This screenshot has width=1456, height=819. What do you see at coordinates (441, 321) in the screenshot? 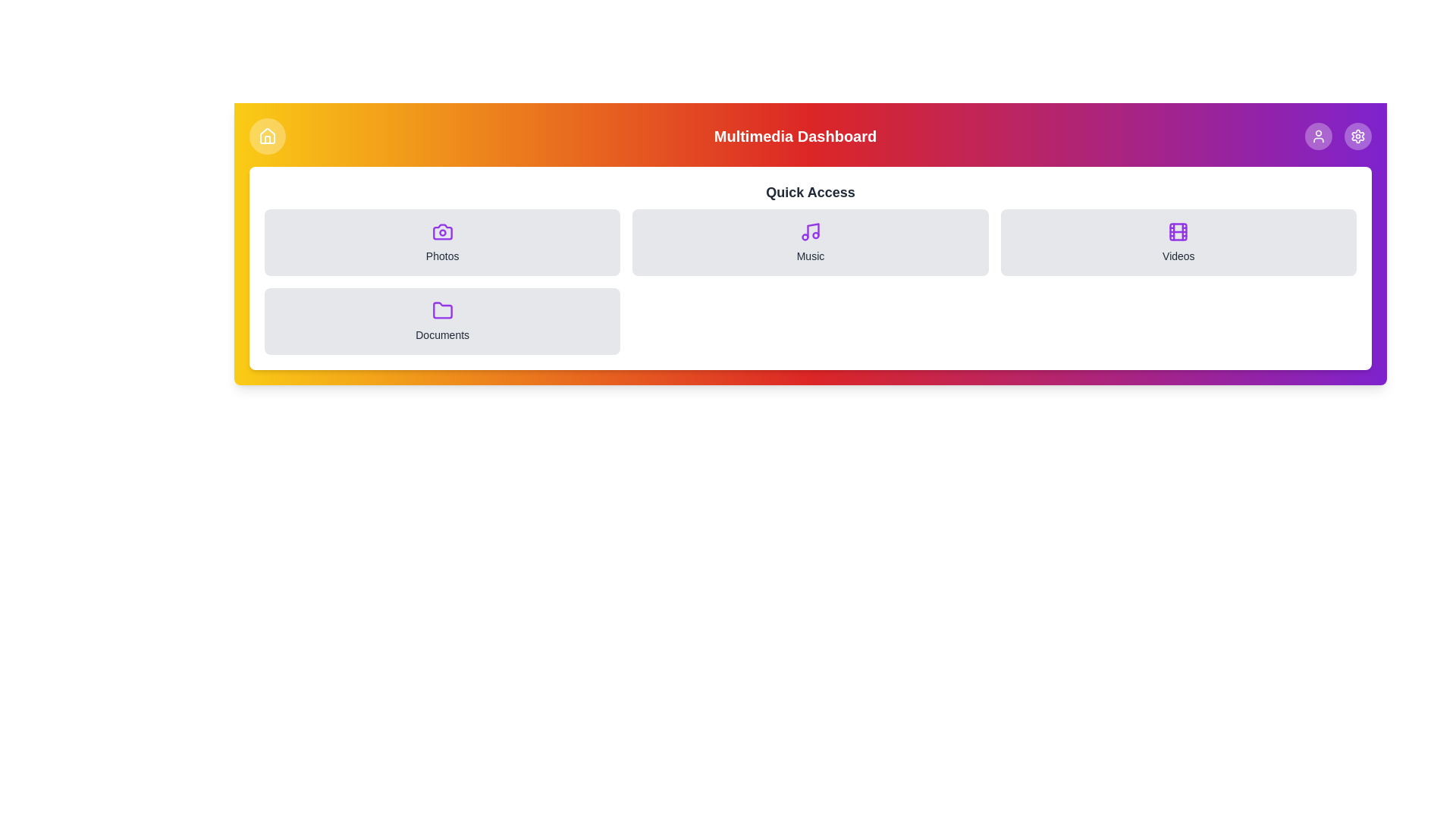
I see `the quick-access button for Documents` at bounding box center [441, 321].